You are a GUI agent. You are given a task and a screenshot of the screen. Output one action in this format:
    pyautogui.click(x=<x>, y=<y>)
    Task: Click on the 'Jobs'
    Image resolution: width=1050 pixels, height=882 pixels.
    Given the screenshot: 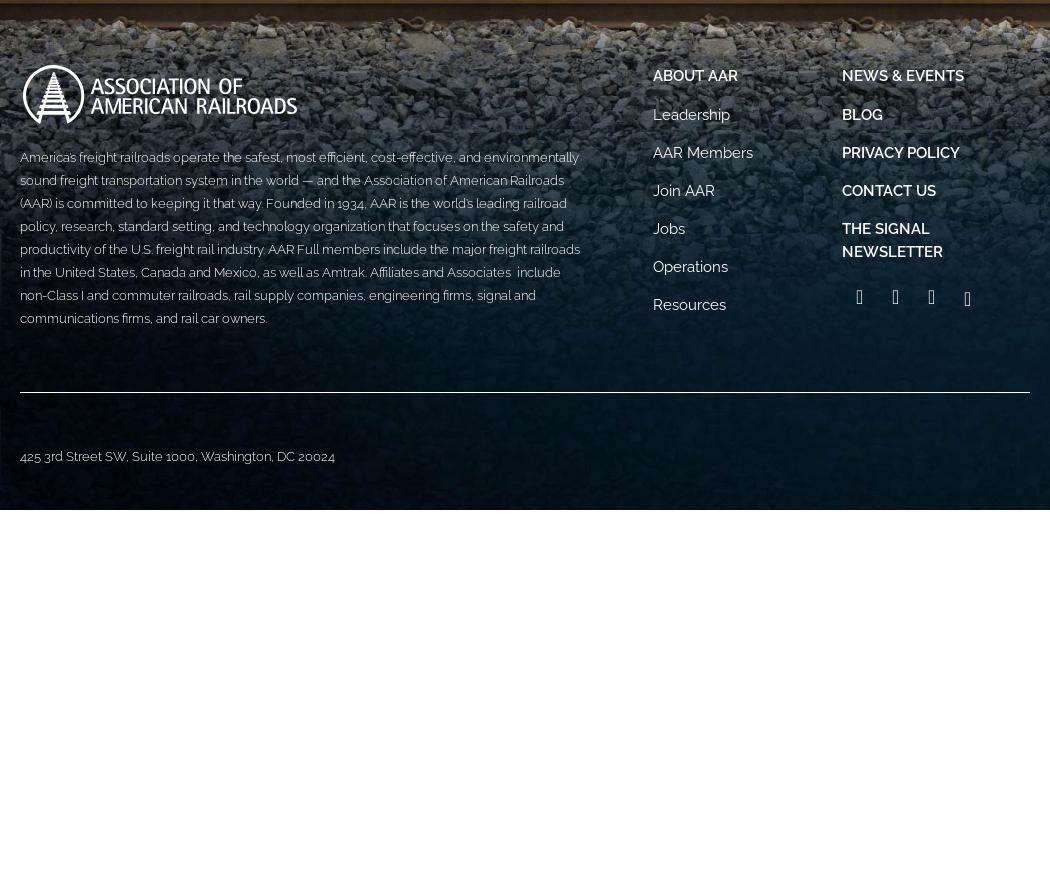 What is the action you would take?
    pyautogui.click(x=667, y=226)
    